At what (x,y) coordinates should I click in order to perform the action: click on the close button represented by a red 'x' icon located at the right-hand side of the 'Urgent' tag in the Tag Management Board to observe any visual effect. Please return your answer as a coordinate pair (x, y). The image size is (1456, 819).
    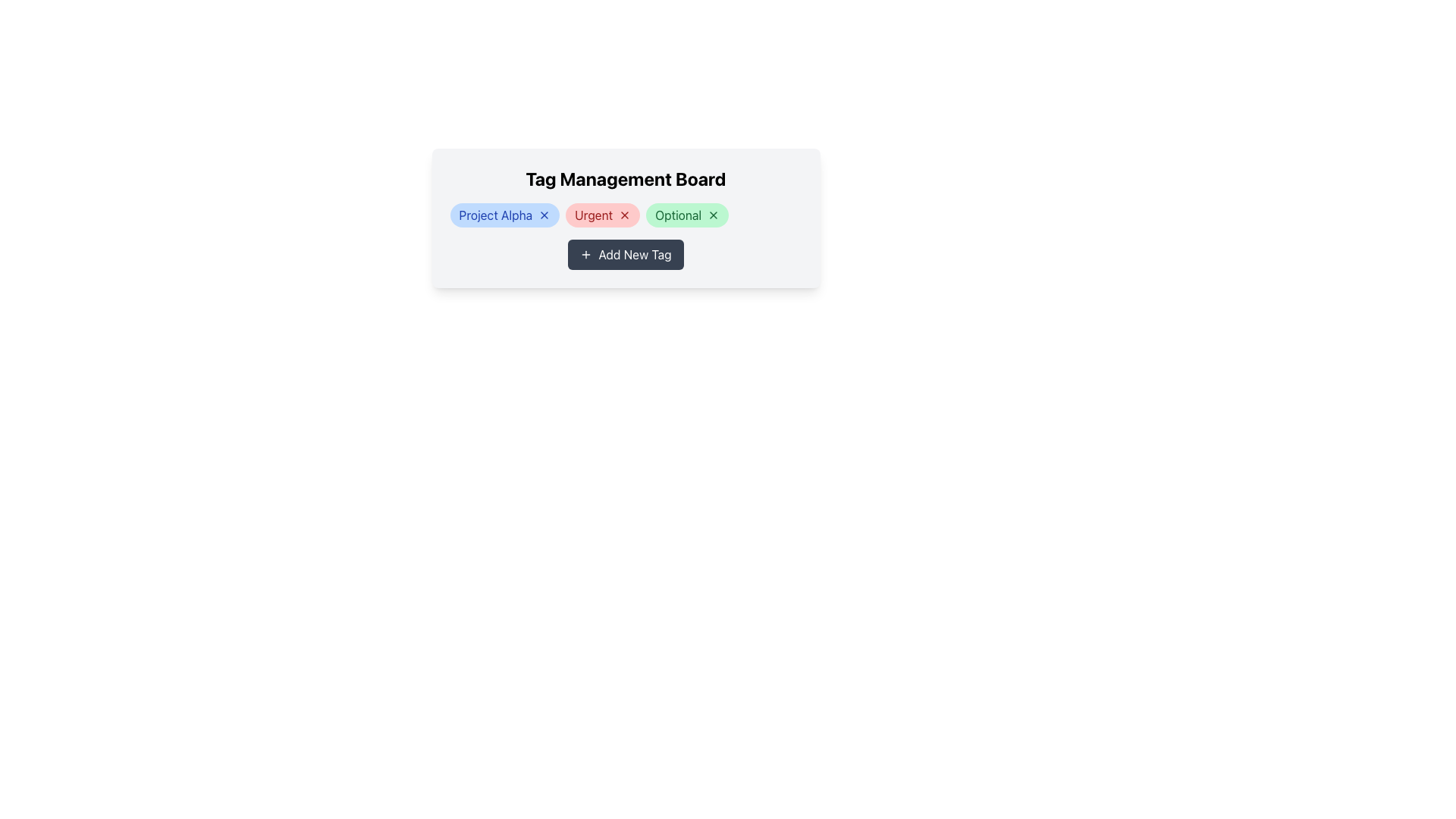
    Looking at the image, I should click on (625, 215).